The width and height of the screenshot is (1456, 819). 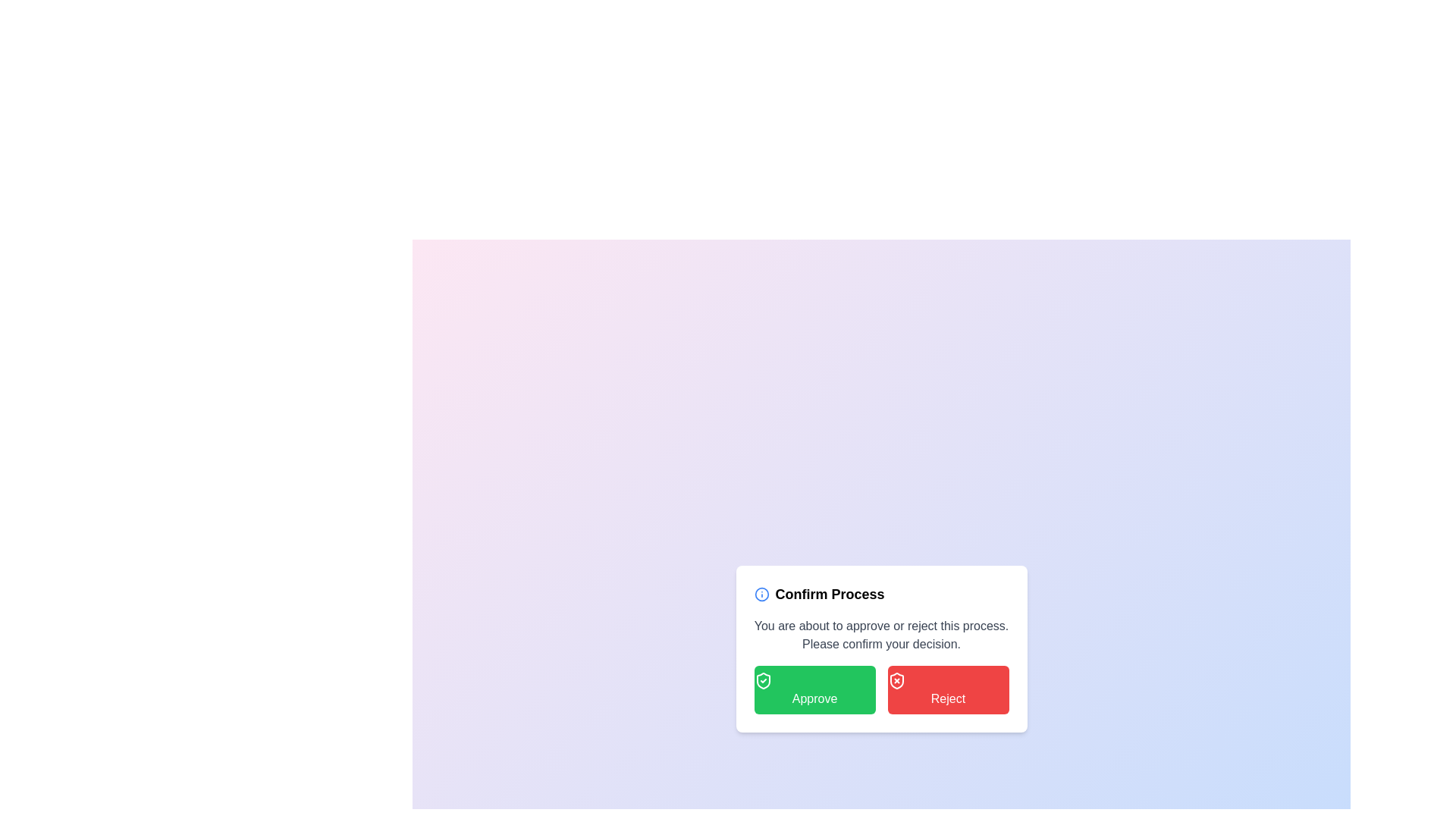 What do you see at coordinates (829, 593) in the screenshot?
I see `text label 'Confirm Process' located in the card interface, which is styled in medium-large bold font and positioned to the right of the blue info icon` at bounding box center [829, 593].